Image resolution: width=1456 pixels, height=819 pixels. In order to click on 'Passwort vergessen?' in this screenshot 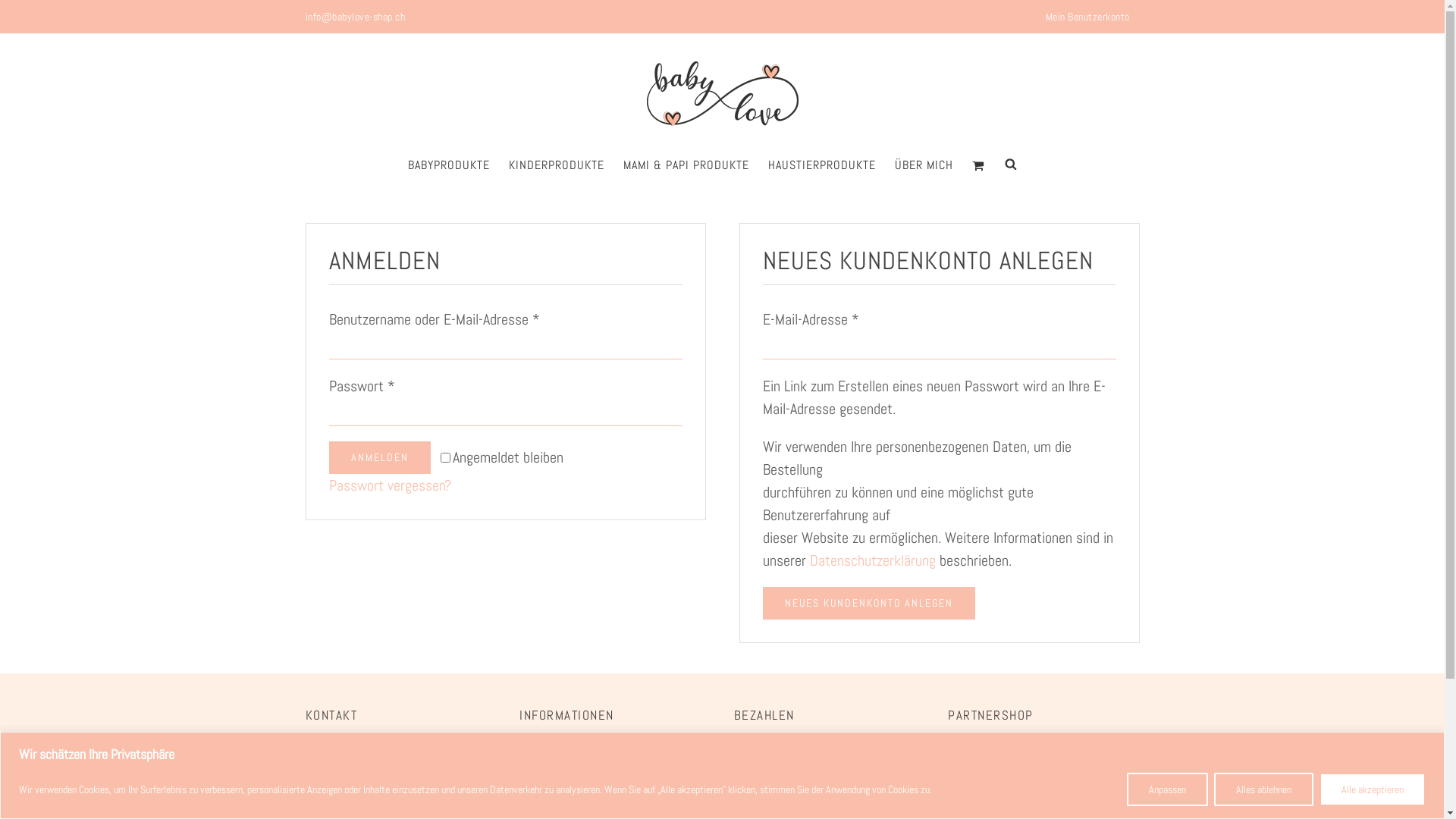, I will do `click(390, 485)`.